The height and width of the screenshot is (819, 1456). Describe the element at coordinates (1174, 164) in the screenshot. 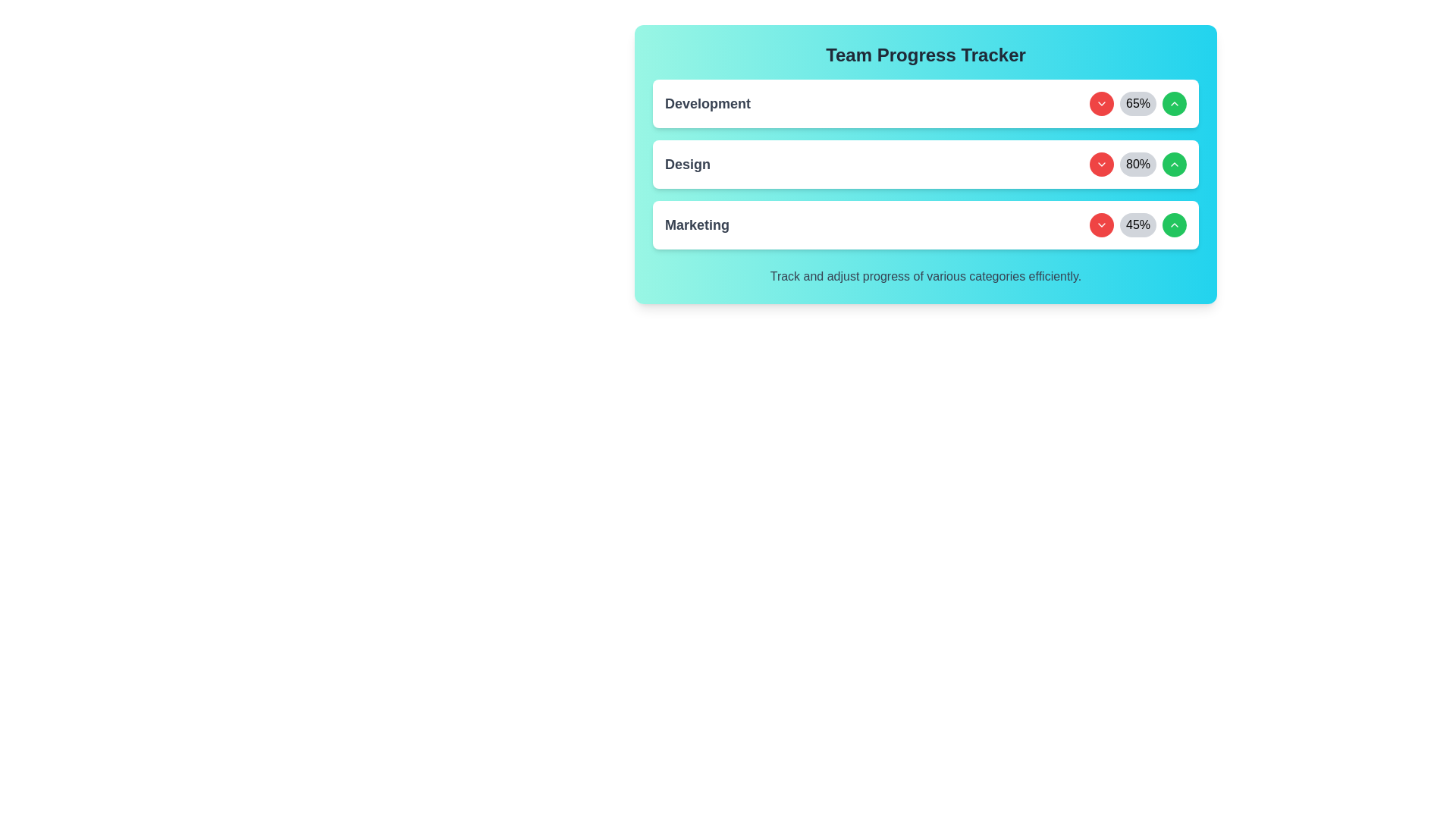

I see `the green circular icon with an upward-pointing chevron on the rightmost side of the second row in the three-row list interface` at that location.